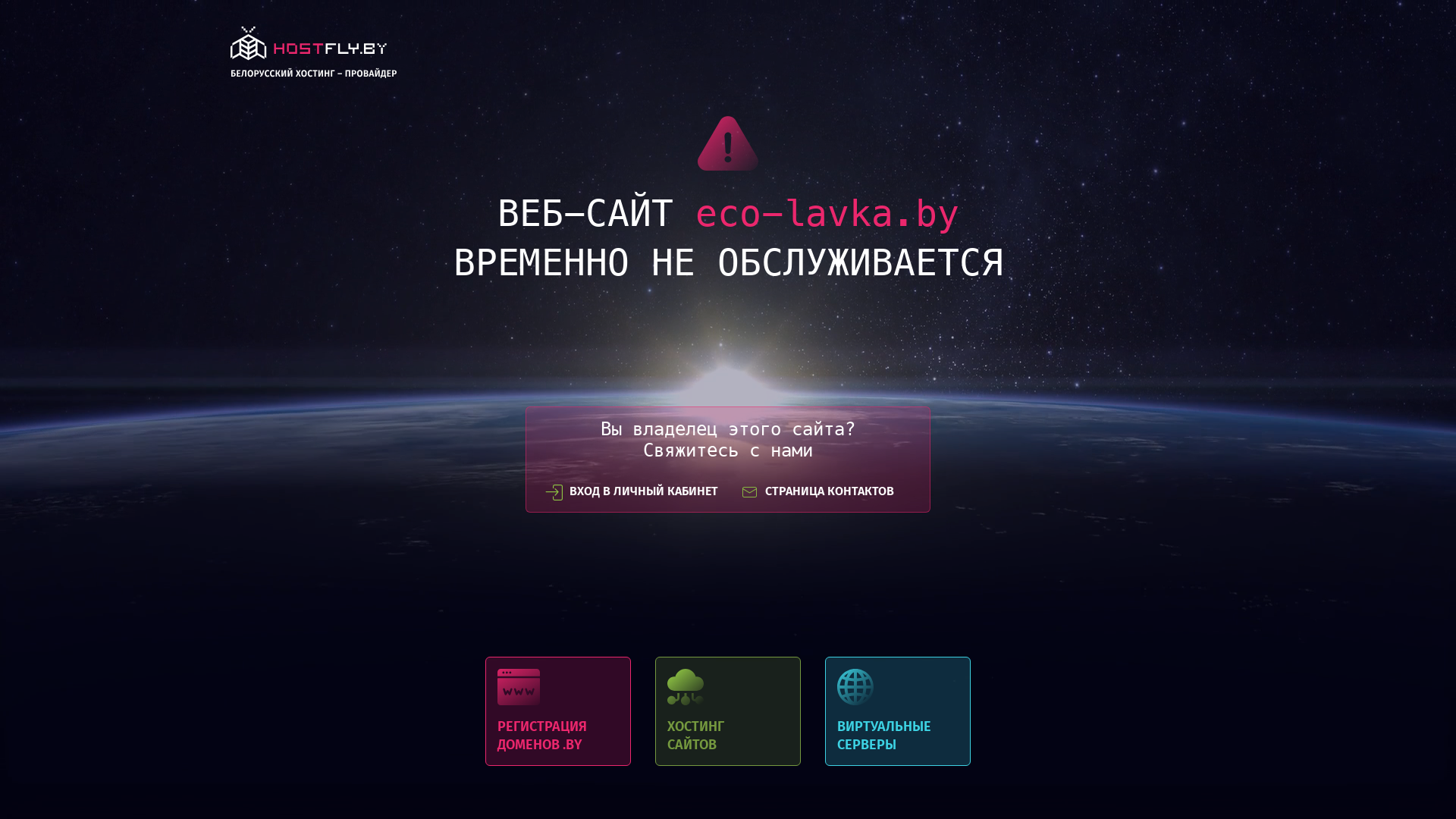  I want to click on 'LINK', so click(312, 55).